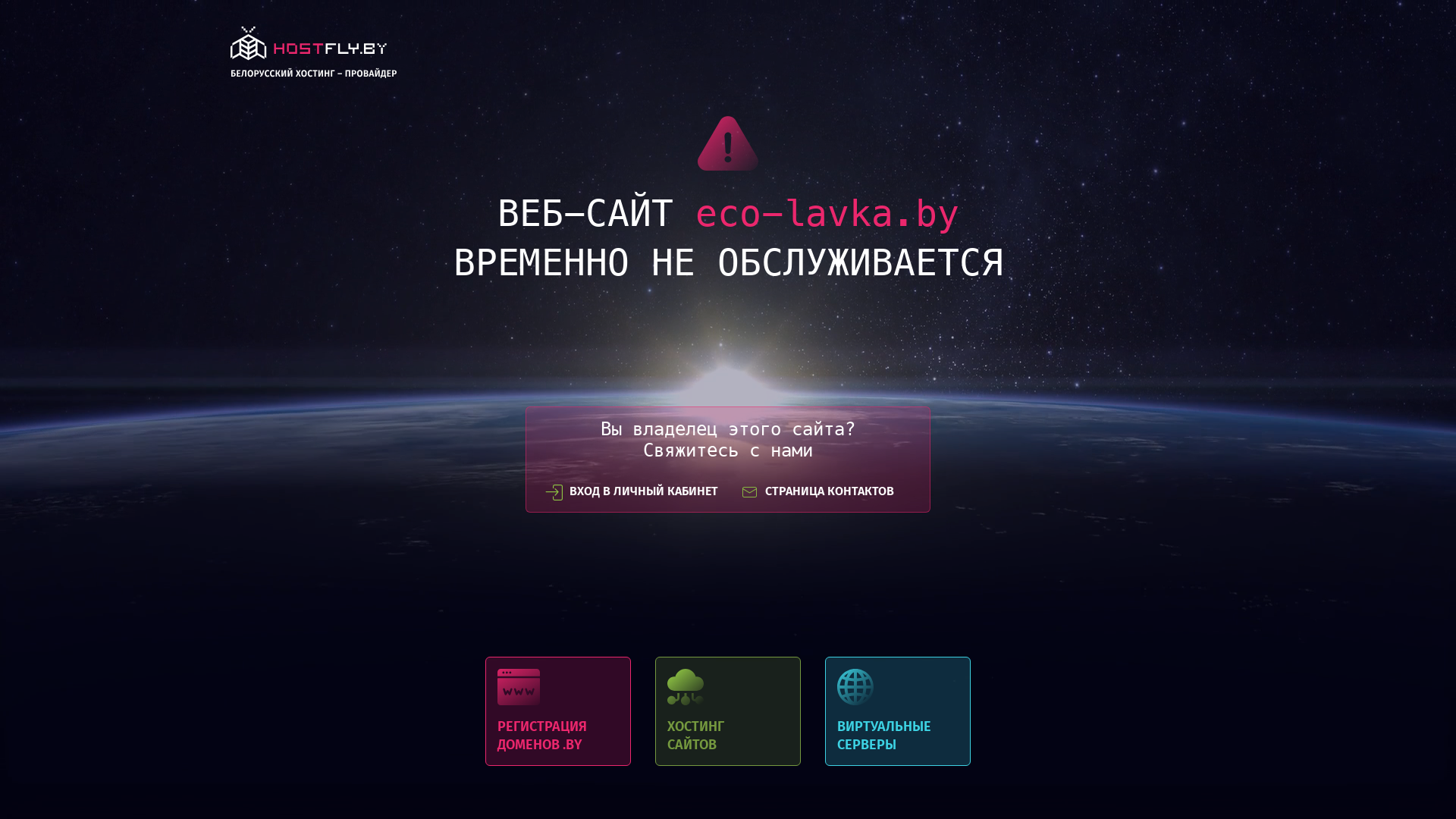  I want to click on 'LINK', so click(312, 55).